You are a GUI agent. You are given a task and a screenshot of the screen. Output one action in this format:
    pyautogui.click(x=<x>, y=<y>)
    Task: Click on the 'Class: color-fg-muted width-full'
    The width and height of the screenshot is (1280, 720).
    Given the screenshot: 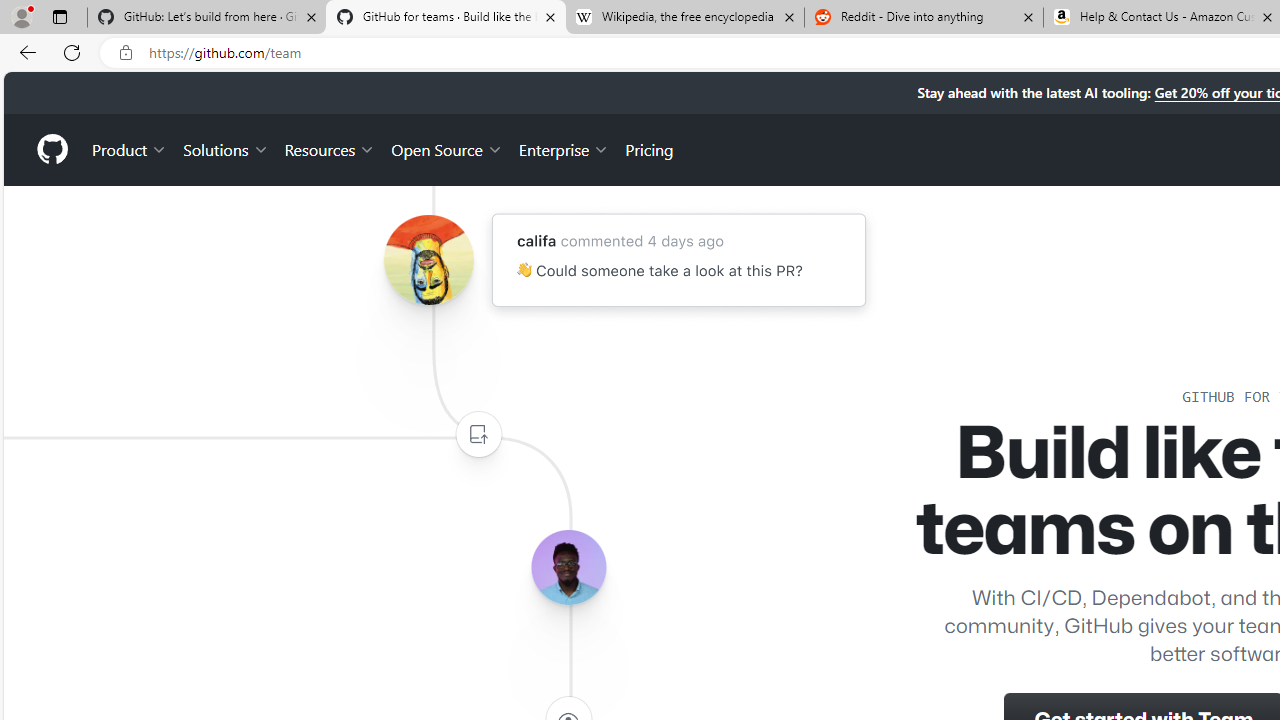 What is the action you would take?
    pyautogui.click(x=477, y=433)
    